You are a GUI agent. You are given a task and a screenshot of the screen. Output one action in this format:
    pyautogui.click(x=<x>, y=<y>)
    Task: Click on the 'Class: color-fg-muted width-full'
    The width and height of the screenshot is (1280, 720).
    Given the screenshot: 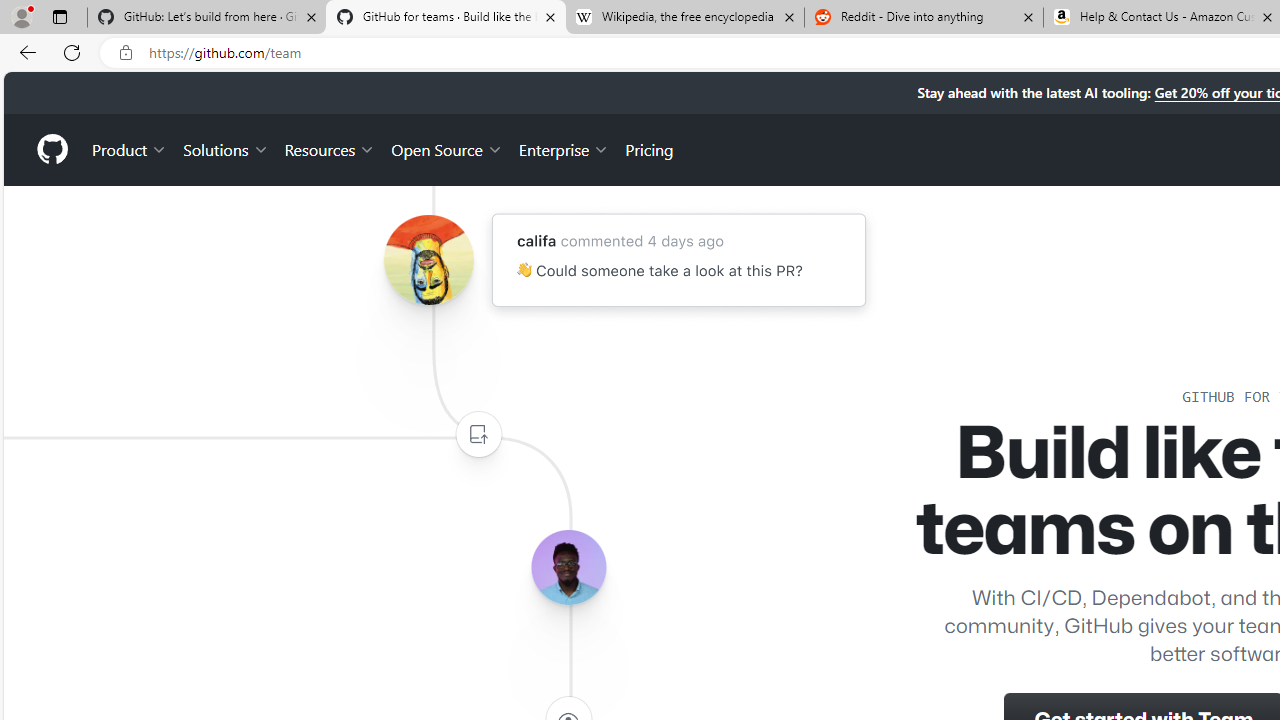 What is the action you would take?
    pyautogui.click(x=477, y=433)
    